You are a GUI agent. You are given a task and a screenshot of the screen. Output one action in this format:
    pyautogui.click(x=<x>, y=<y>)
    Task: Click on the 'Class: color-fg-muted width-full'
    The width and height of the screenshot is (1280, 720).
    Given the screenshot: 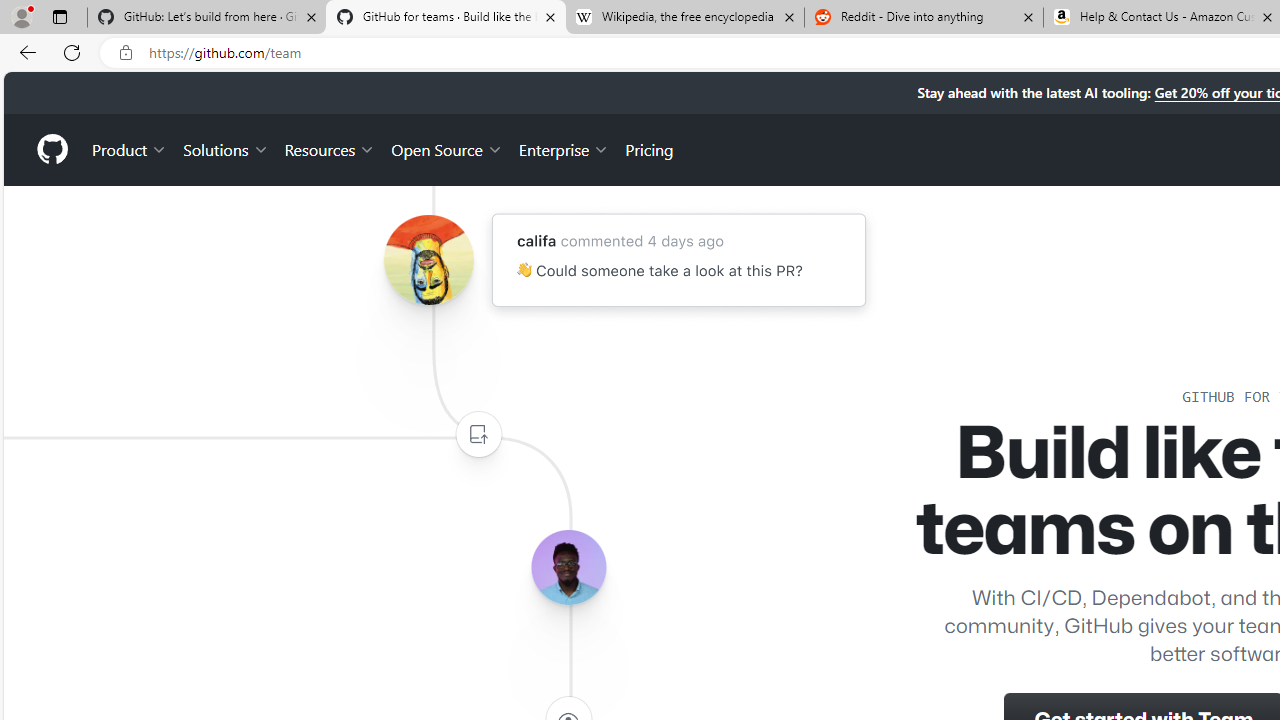 What is the action you would take?
    pyautogui.click(x=477, y=433)
    